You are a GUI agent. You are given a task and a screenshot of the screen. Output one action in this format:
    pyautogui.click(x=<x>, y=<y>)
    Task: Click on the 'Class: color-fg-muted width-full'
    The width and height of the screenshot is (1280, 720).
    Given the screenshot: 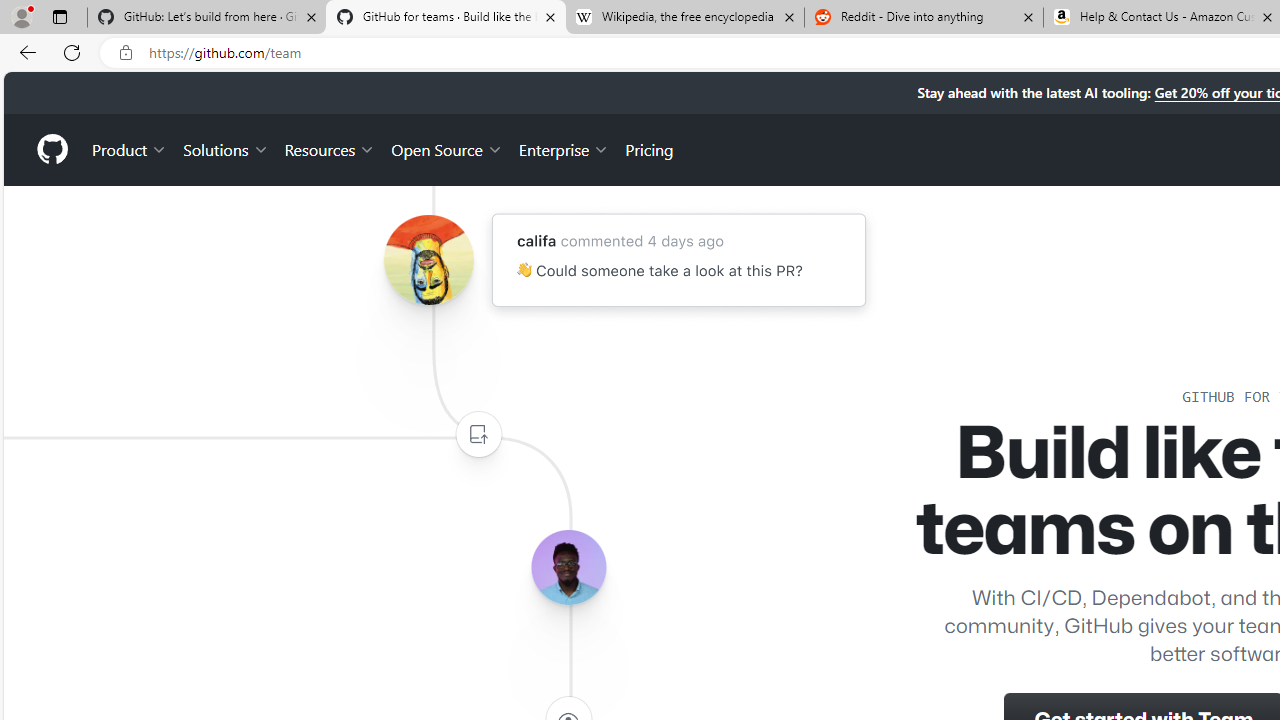 What is the action you would take?
    pyautogui.click(x=477, y=433)
    